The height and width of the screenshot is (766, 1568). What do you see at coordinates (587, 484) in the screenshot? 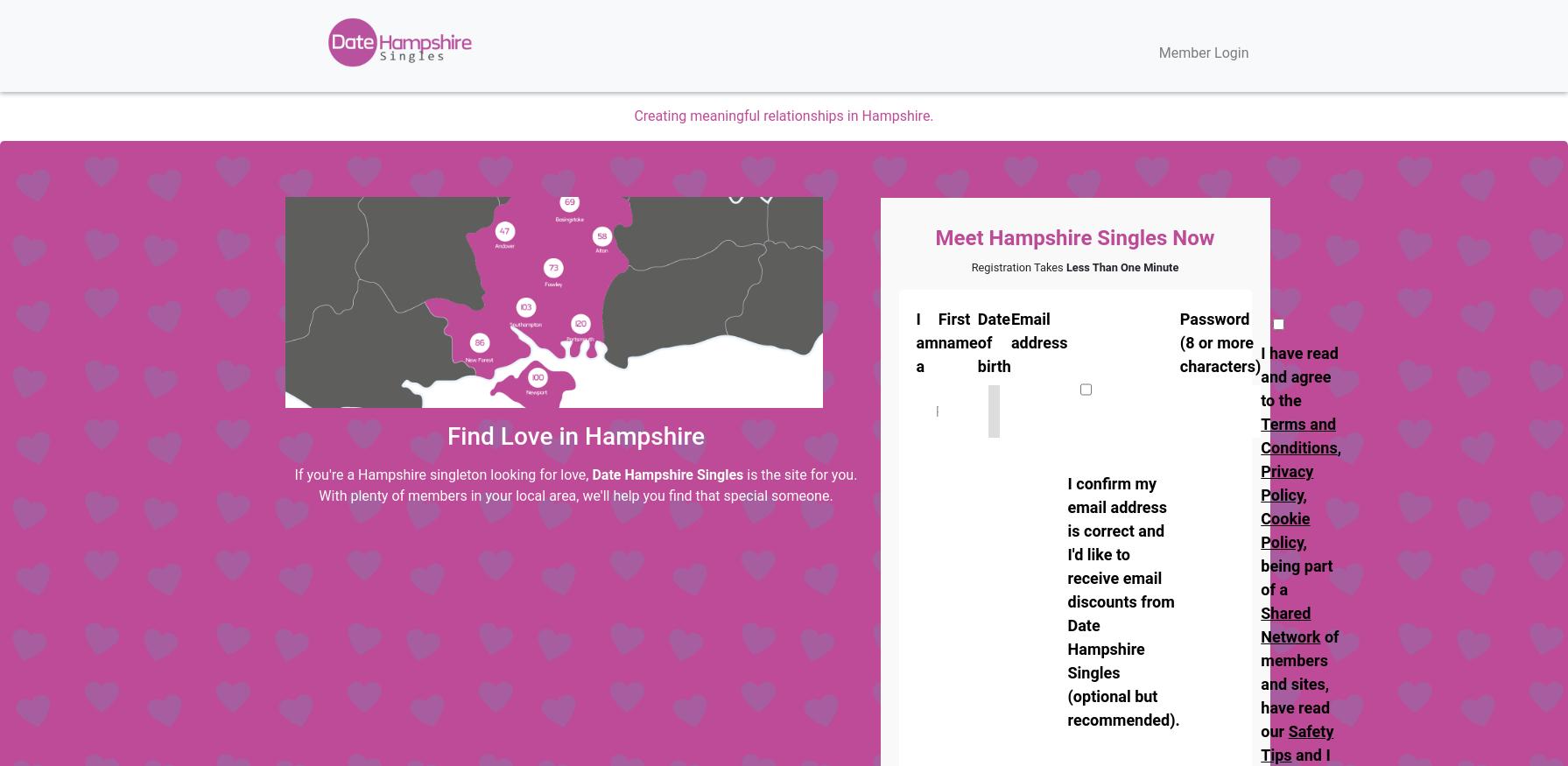
I see `'is the site for you. With plenty of members in your local area, we'll help you
find that special someone.'` at bounding box center [587, 484].